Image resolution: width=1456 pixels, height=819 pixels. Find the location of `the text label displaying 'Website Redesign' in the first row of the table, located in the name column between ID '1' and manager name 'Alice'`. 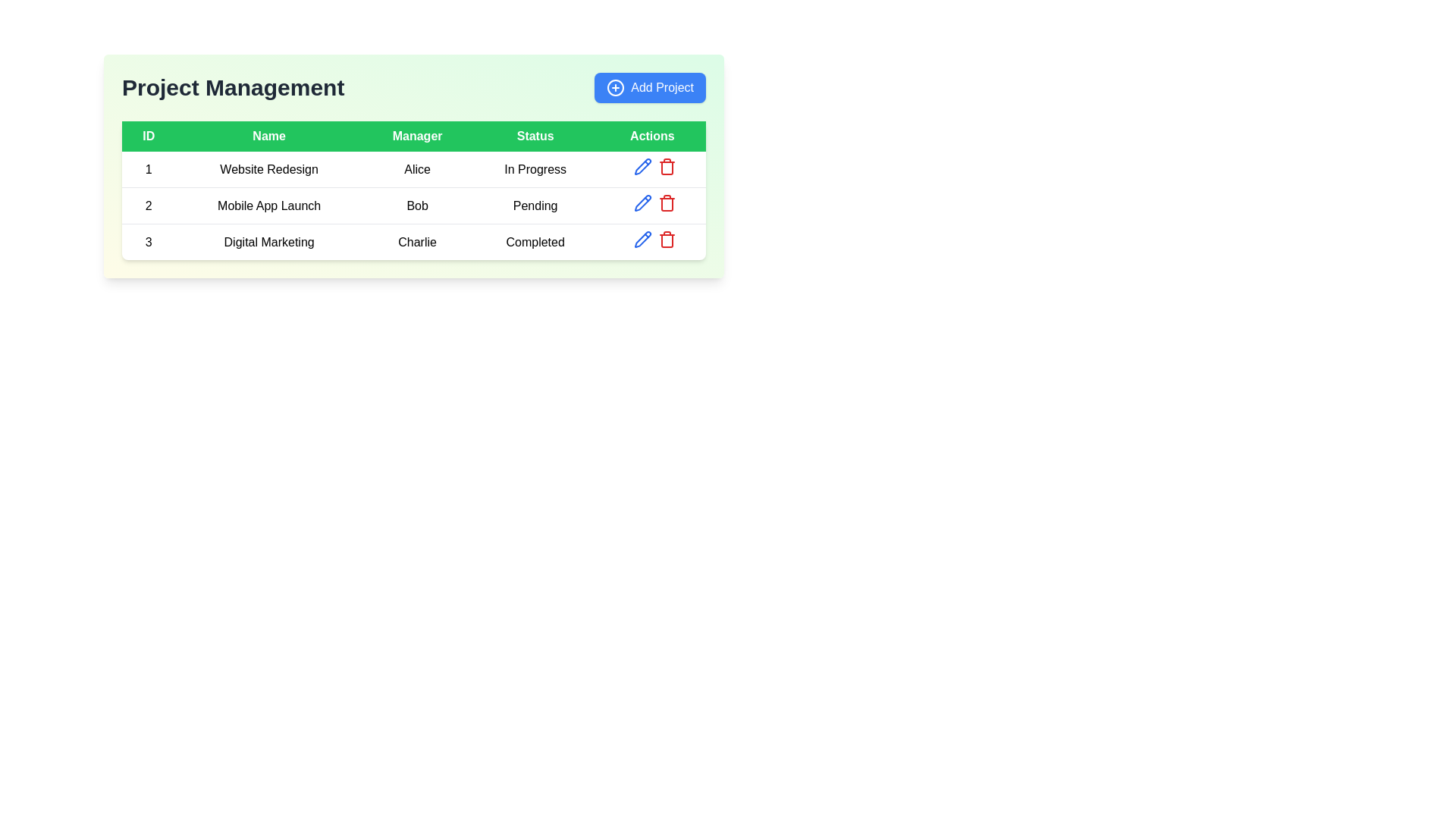

the text label displaying 'Website Redesign' in the first row of the table, located in the name column between ID '1' and manager name 'Alice' is located at coordinates (269, 169).